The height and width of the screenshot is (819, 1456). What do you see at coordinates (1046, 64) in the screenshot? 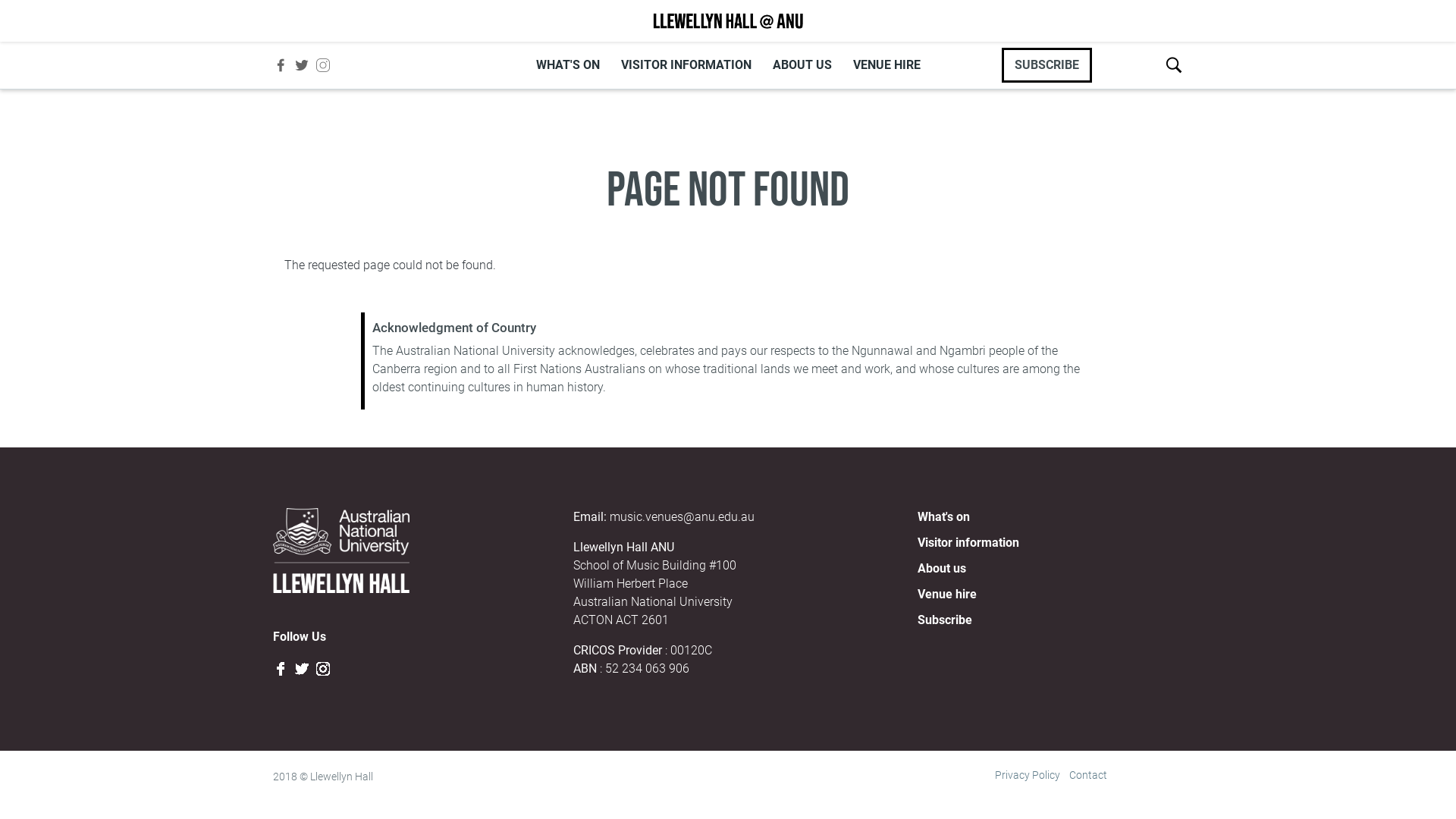
I see `'SUBSCRIBE'` at bounding box center [1046, 64].